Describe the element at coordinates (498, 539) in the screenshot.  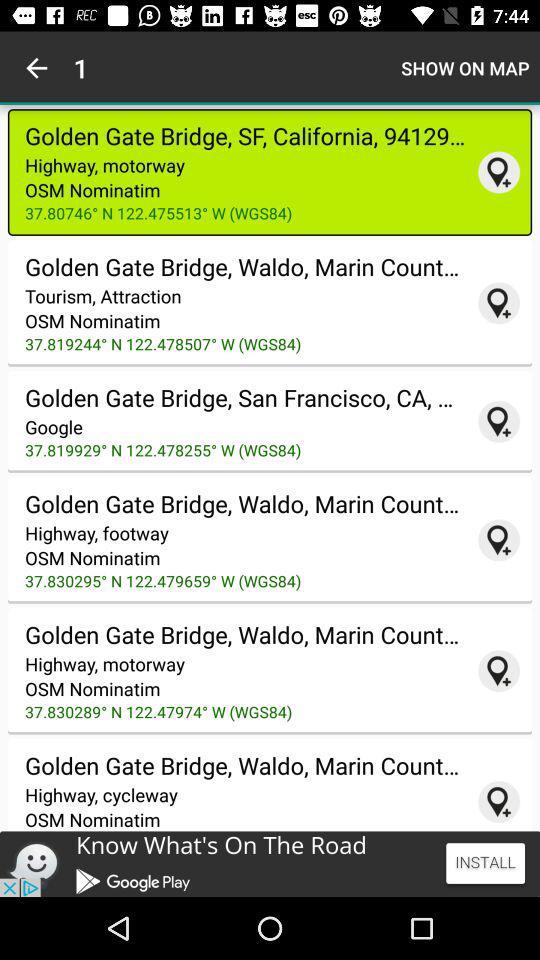
I see `coordinates` at that location.